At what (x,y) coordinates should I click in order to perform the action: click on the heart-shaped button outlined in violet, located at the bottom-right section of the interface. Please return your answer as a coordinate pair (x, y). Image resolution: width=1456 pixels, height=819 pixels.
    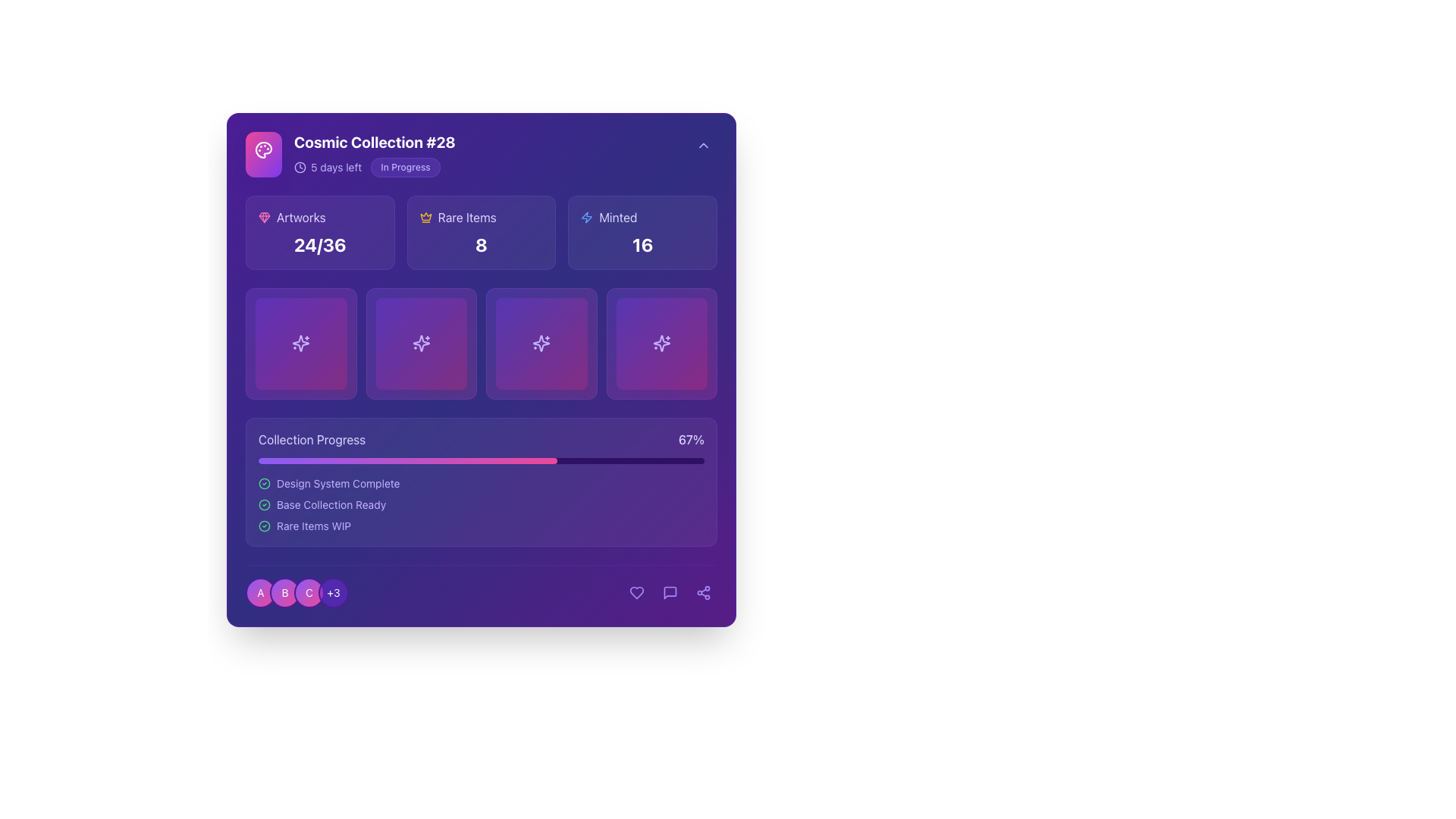
    Looking at the image, I should click on (637, 591).